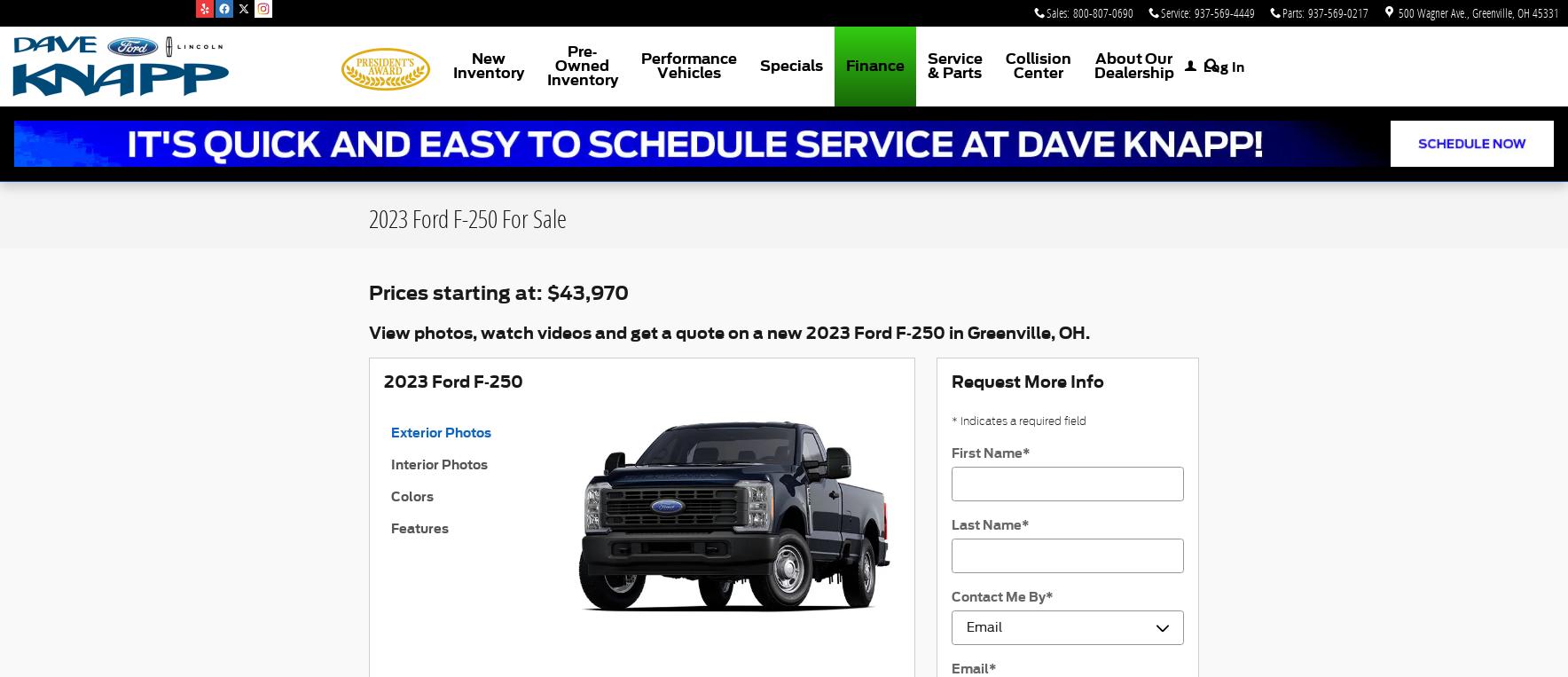  Describe the element at coordinates (969, 668) in the screenshot. I see `'Email'` at that location.